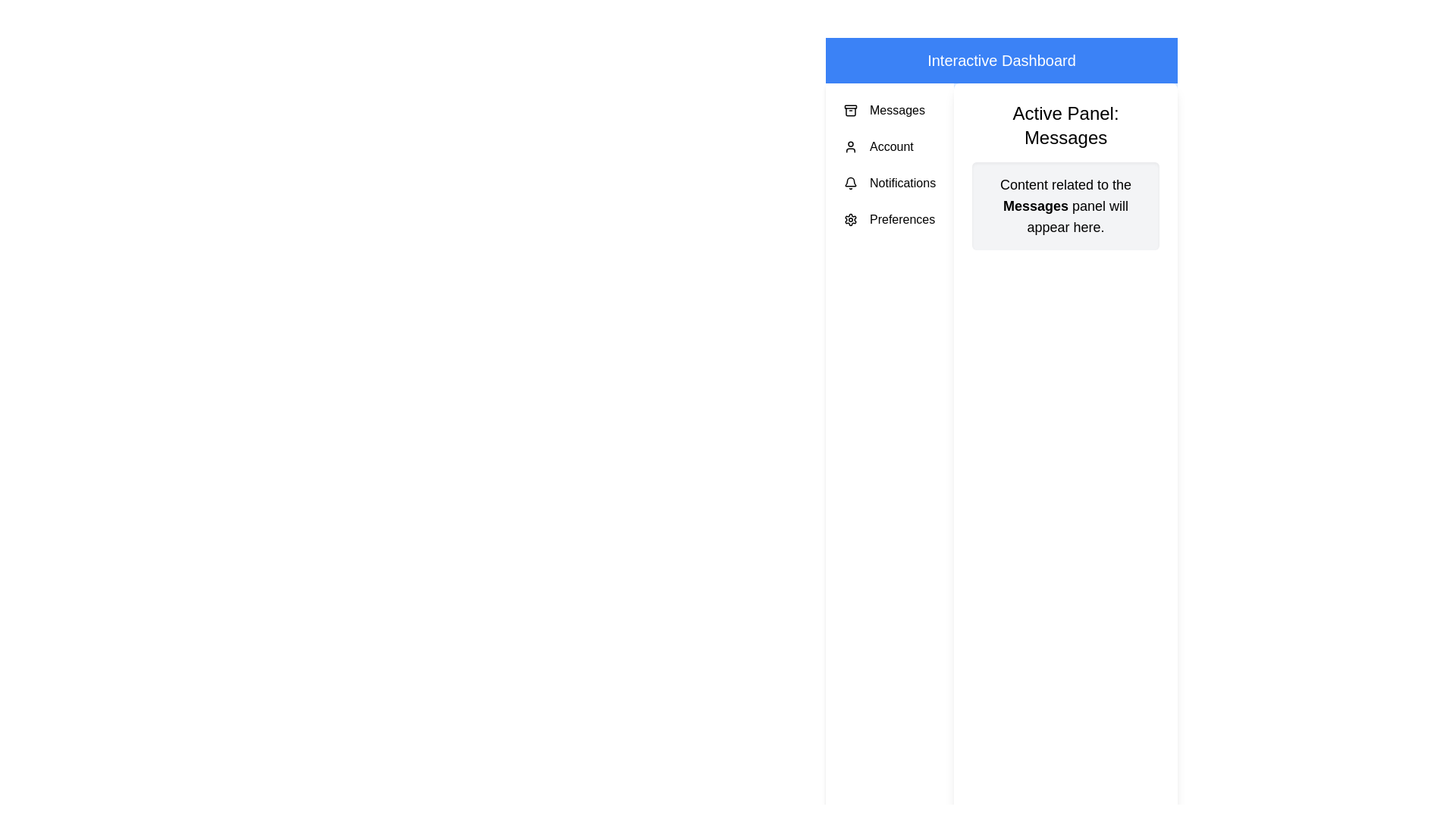 This screenshot has height=819, width=1456. What do you see at coordinates (890, 146) in the screenshot?
I see `the panel labeled Account in the sidebar` at bounding box center [890, 146].